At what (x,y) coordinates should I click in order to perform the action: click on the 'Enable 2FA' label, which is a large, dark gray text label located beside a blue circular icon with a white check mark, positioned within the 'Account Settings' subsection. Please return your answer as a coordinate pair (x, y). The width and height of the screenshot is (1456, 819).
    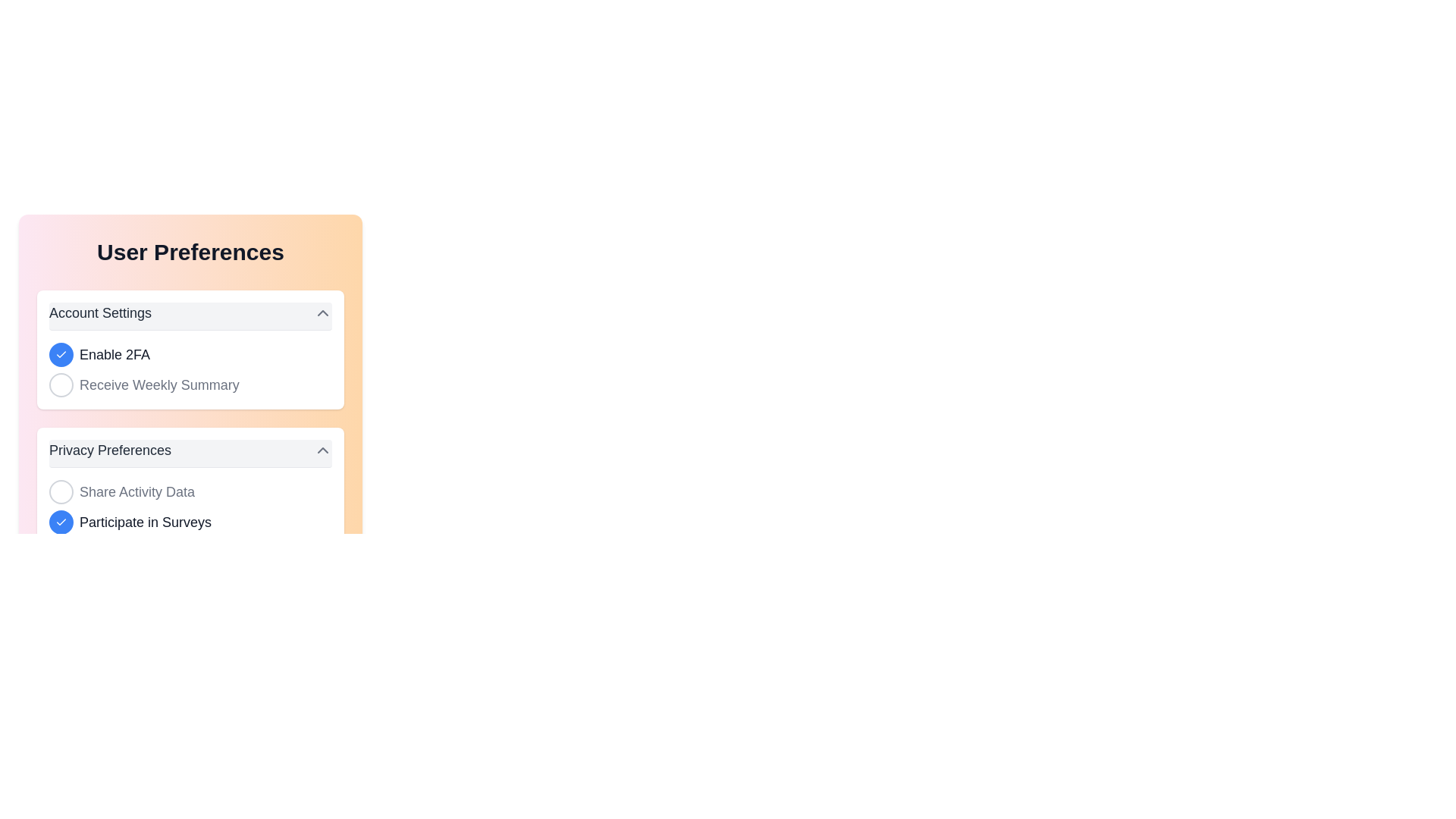
    Looking at the image, I should click on (114, 354).